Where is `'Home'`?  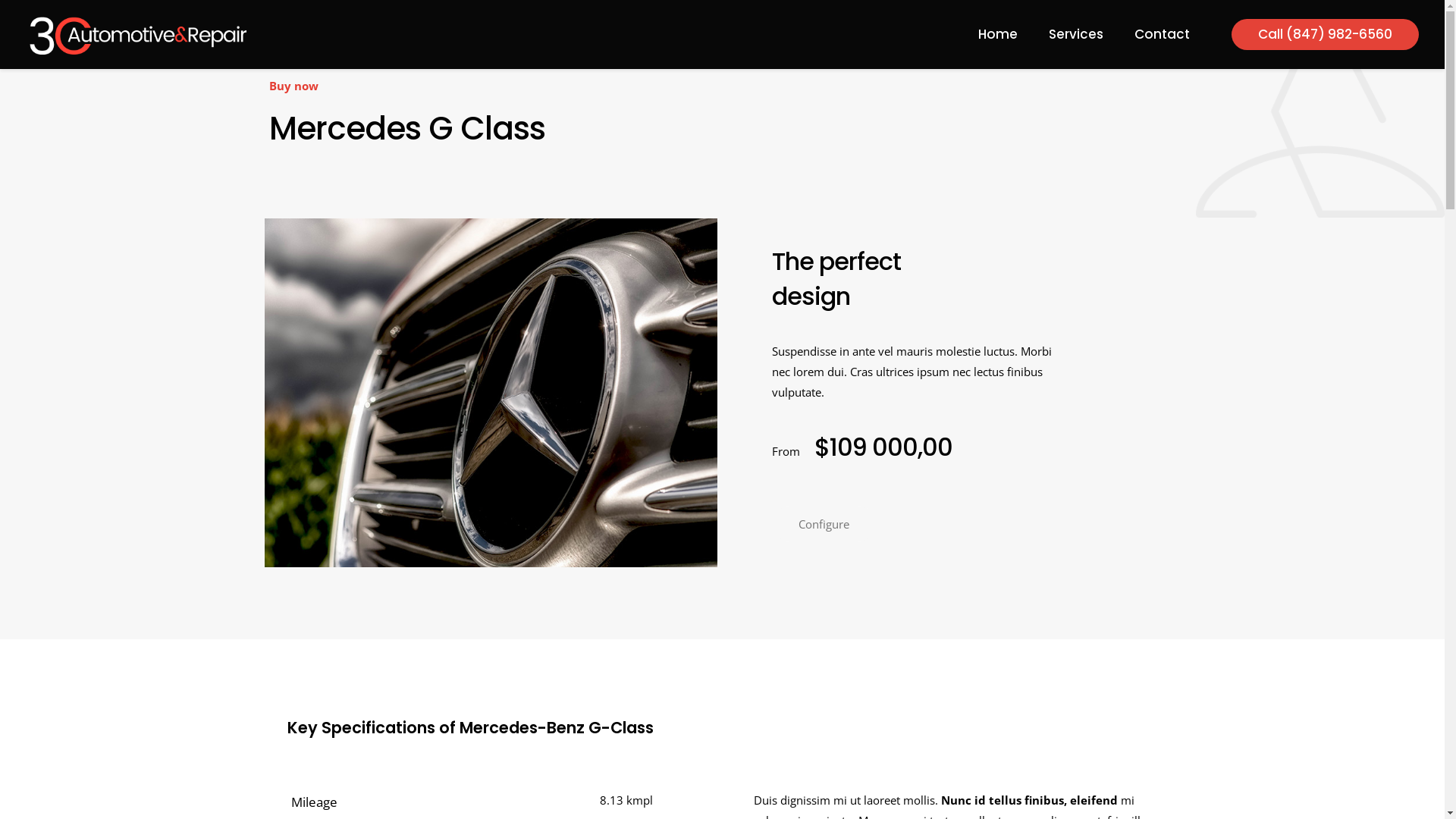
'Home' is located at coordinates (998, 34).